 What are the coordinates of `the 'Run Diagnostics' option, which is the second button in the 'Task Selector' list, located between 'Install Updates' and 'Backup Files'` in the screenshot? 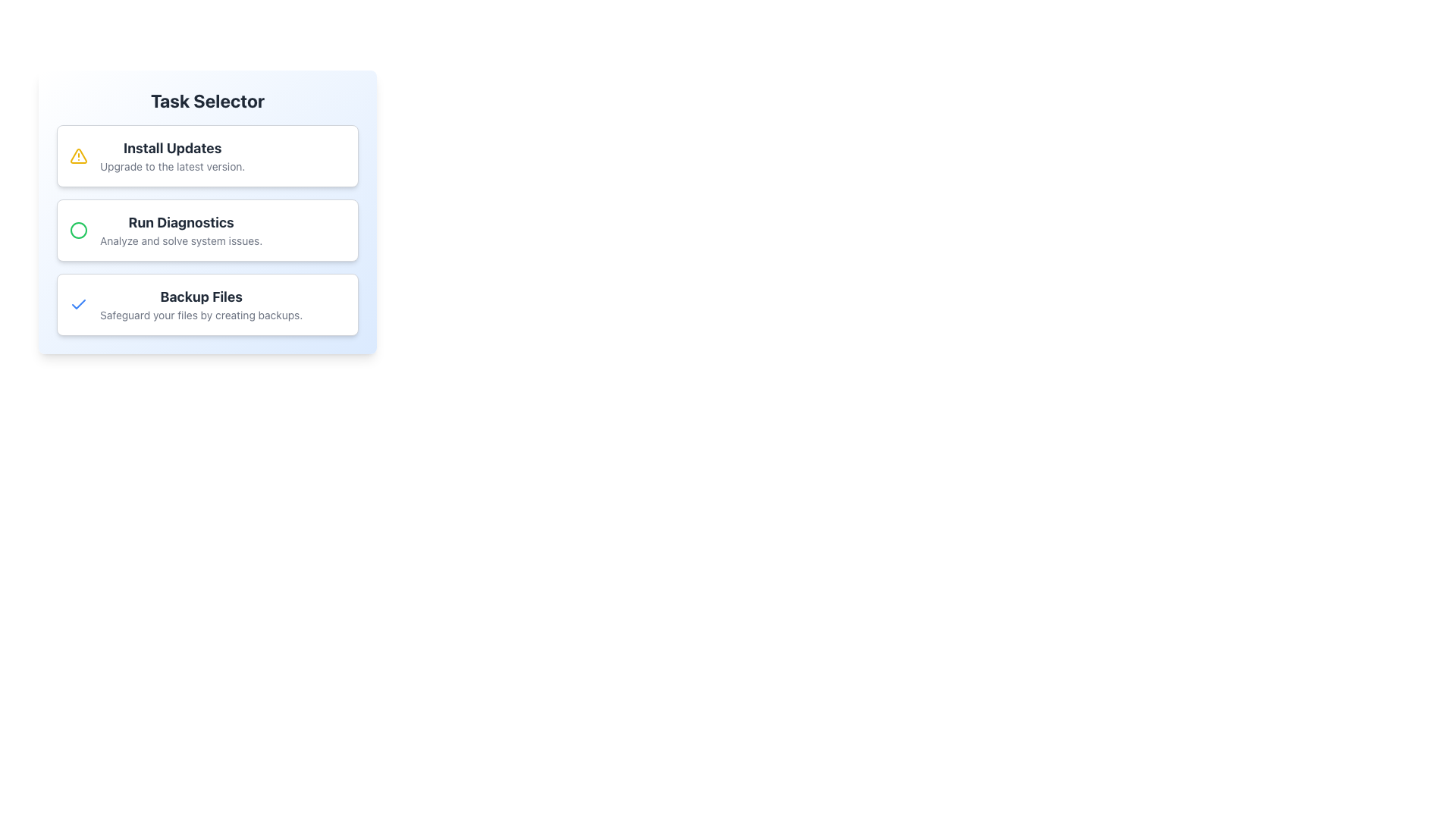 It's located at (181, 231).